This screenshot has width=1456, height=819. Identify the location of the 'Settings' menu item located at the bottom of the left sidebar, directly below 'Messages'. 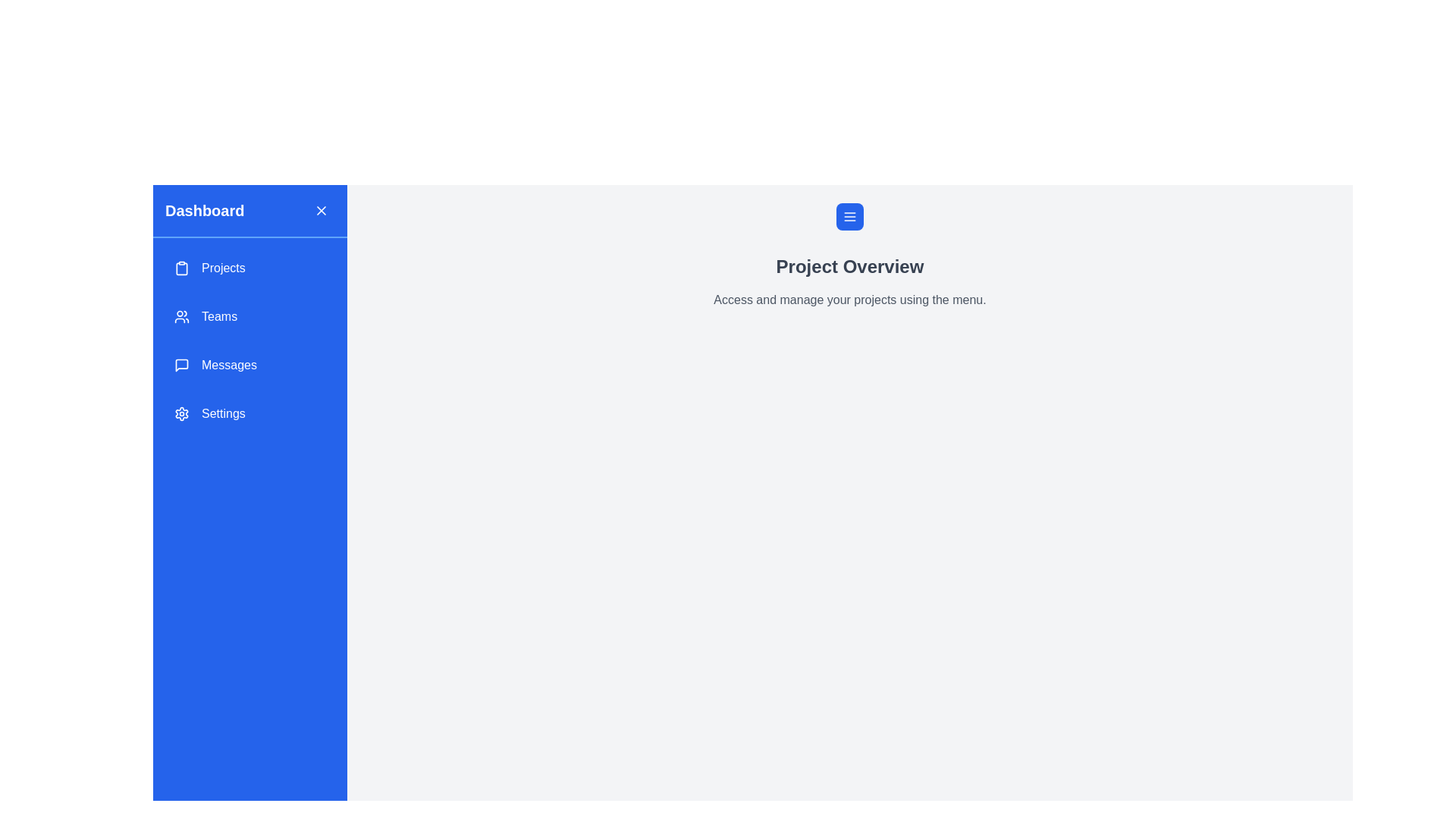
(250, 414).